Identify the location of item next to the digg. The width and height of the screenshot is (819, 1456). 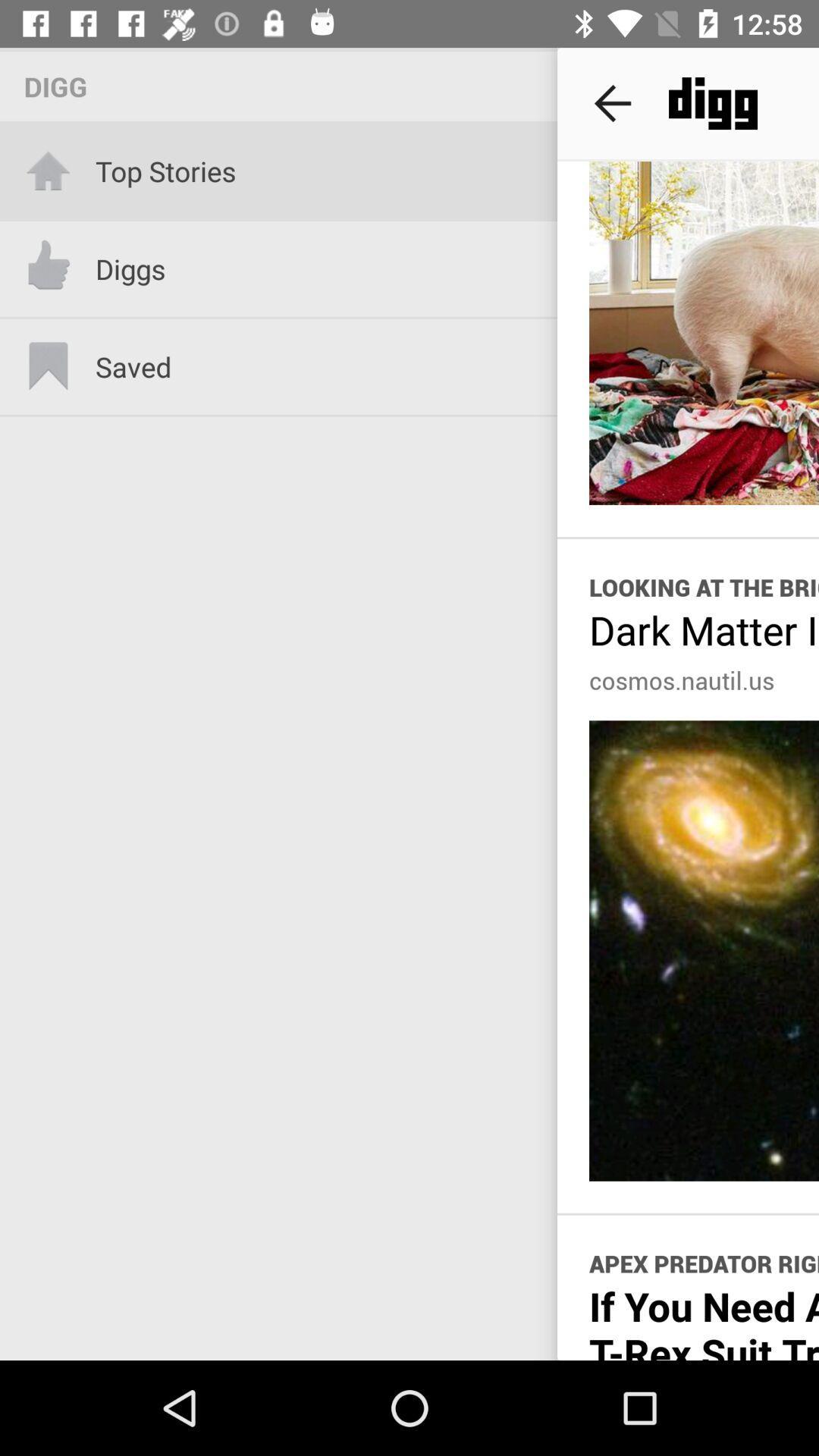
(612, 102).